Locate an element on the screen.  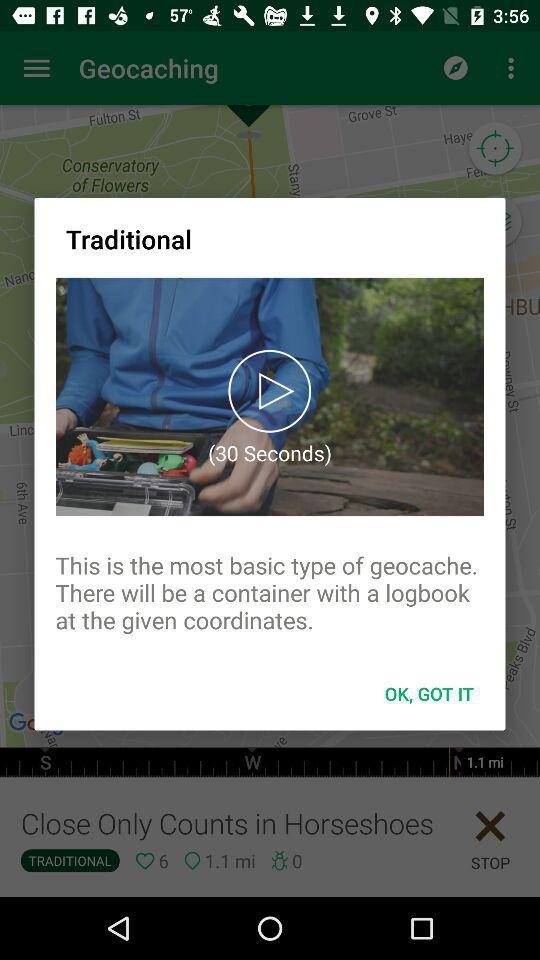
the item at the bottom right corner is located at coordinates (428, 693).